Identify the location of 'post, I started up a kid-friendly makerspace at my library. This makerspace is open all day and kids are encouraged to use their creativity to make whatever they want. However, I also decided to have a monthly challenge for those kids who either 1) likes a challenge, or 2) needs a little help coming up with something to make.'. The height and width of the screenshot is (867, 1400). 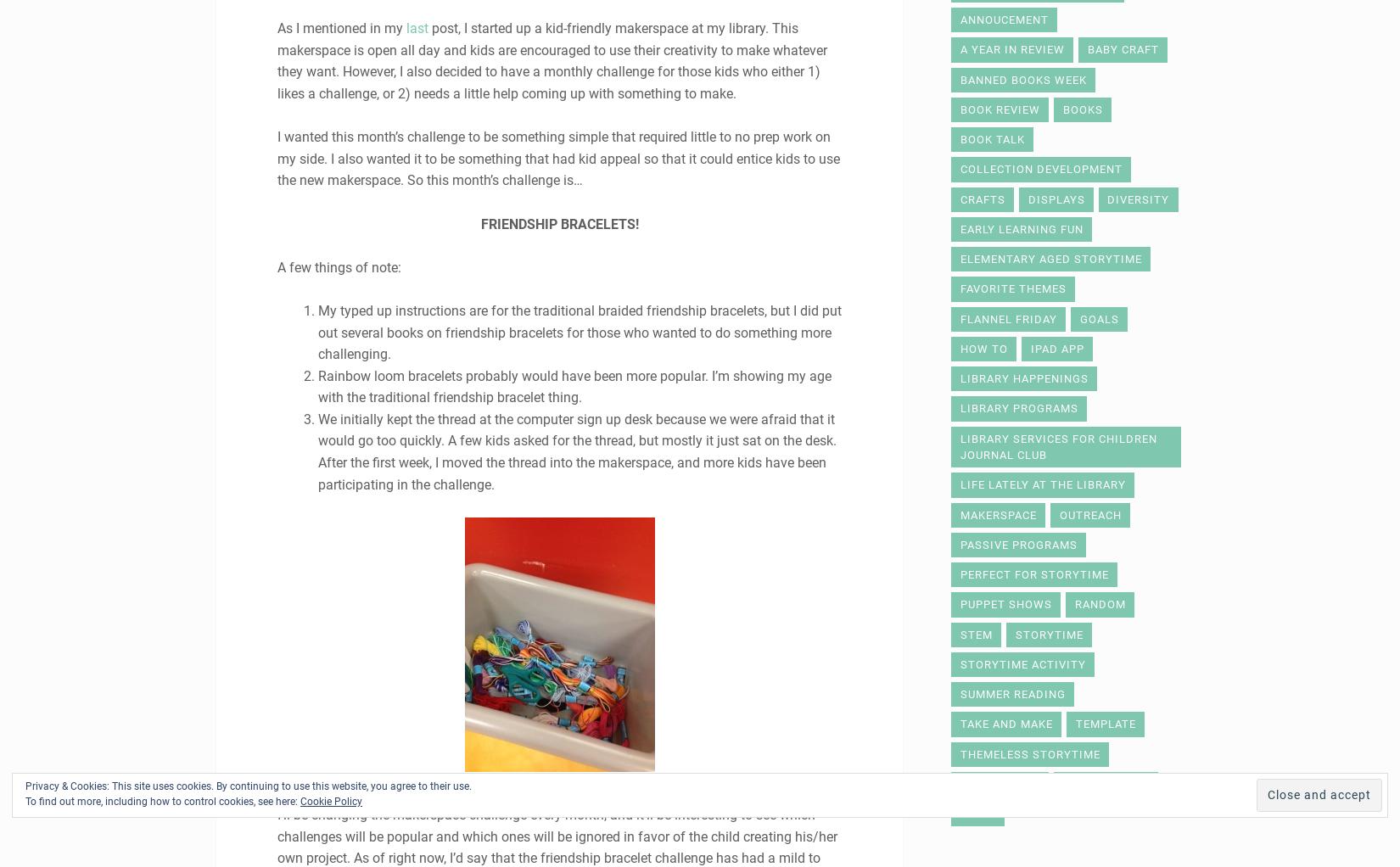
(551, 60).